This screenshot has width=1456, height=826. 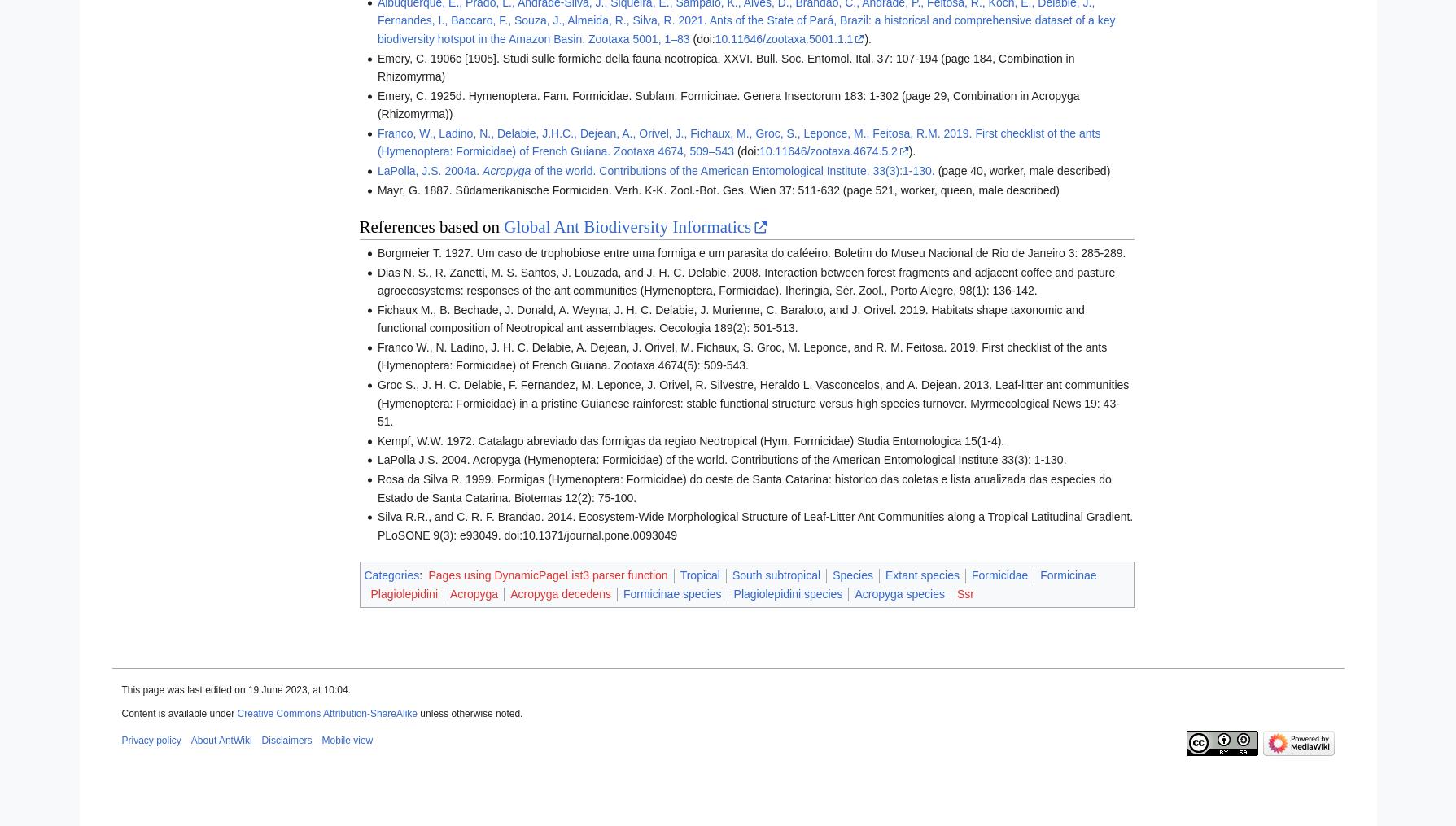 What do you see at coordinates (671, 592) in the screenshot?
I see `'Formicinae species'` at bounding box center [671, 592].